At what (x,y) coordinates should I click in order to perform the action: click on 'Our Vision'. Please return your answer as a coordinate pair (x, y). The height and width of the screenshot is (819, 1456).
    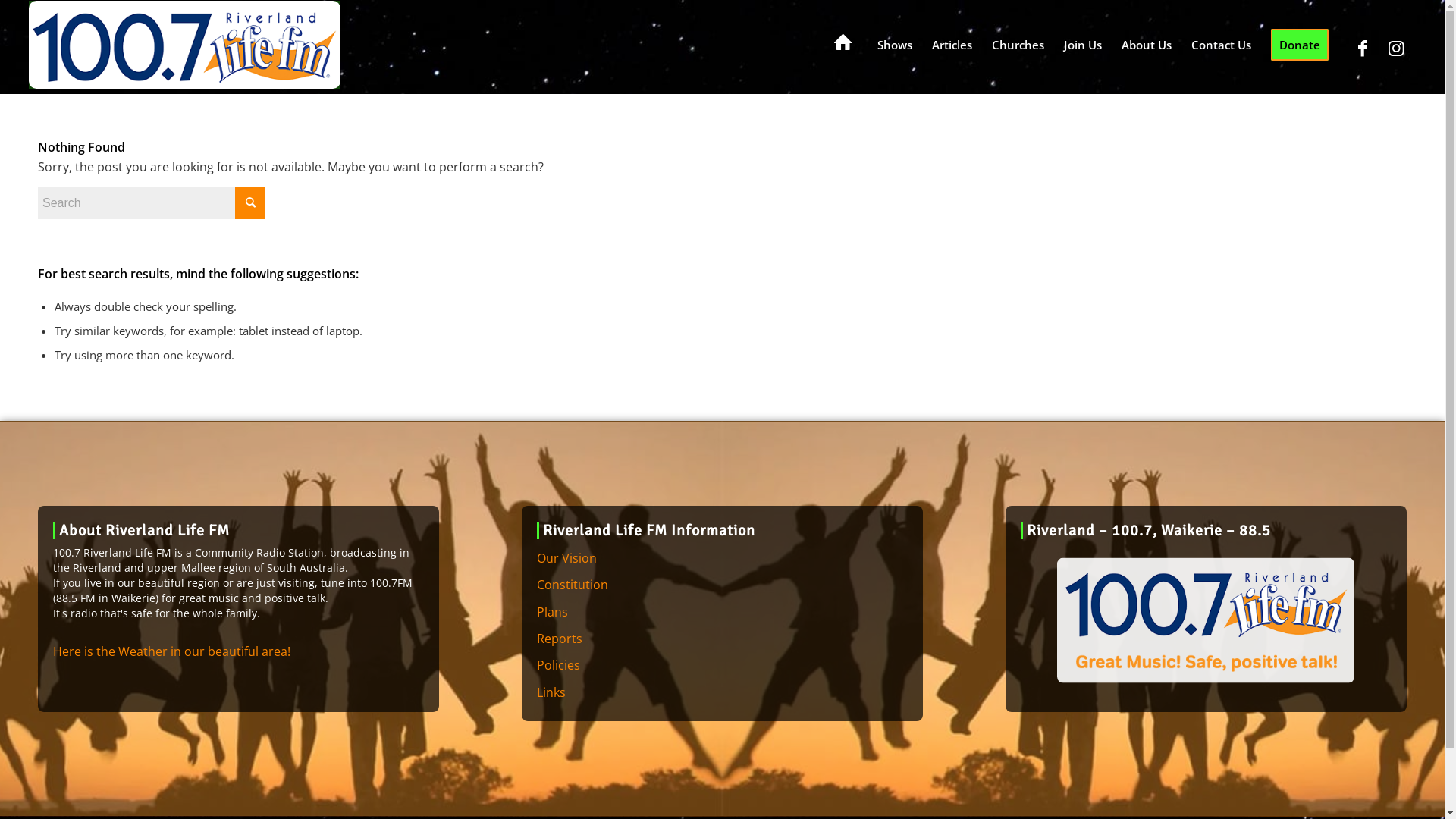
    Looking at the image, I should click on (721, 558).